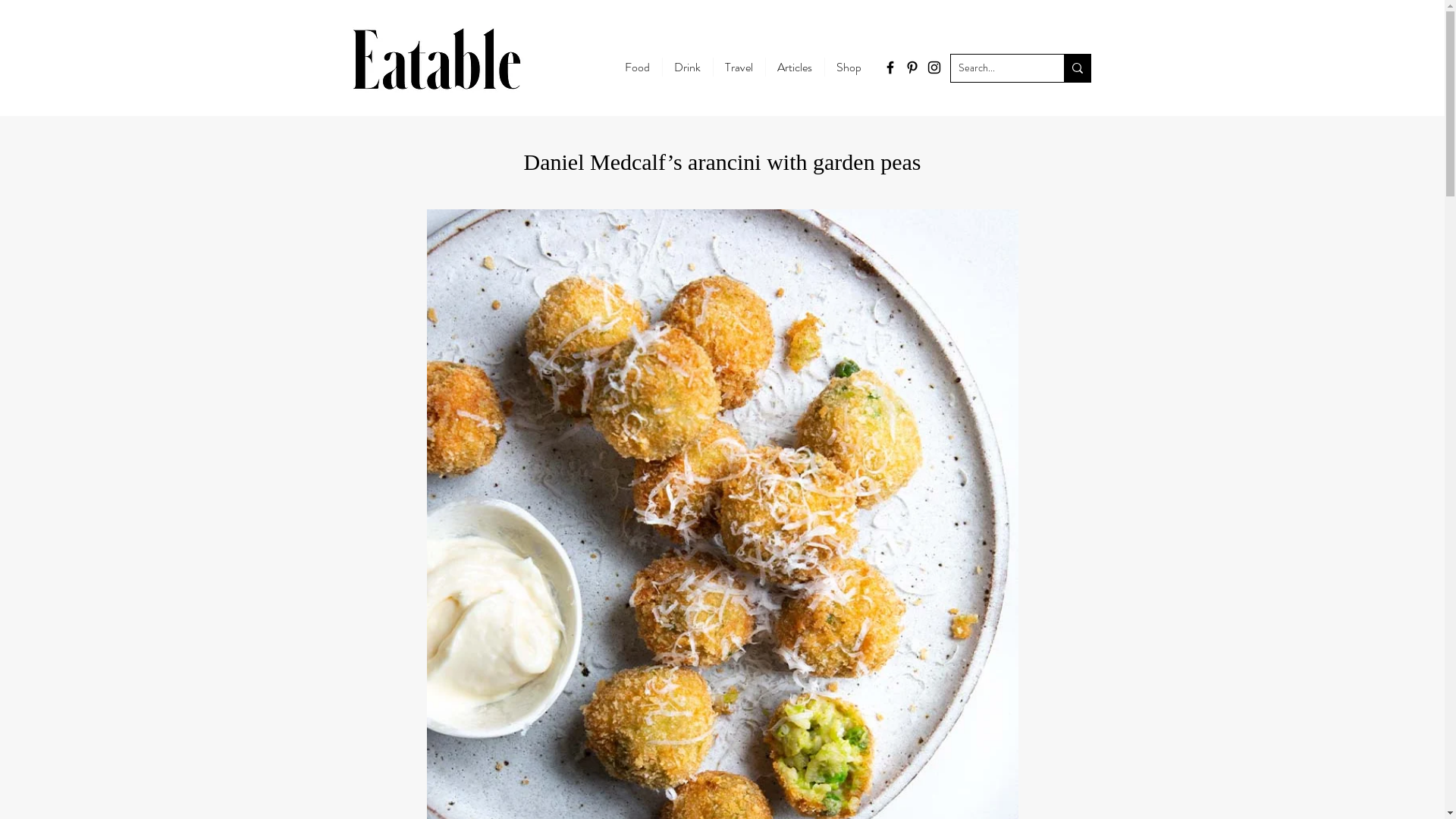  What do you see at coordinates (792, 66) in the screenshot?
I see `'Articles'` at bounding box center [792, 66].